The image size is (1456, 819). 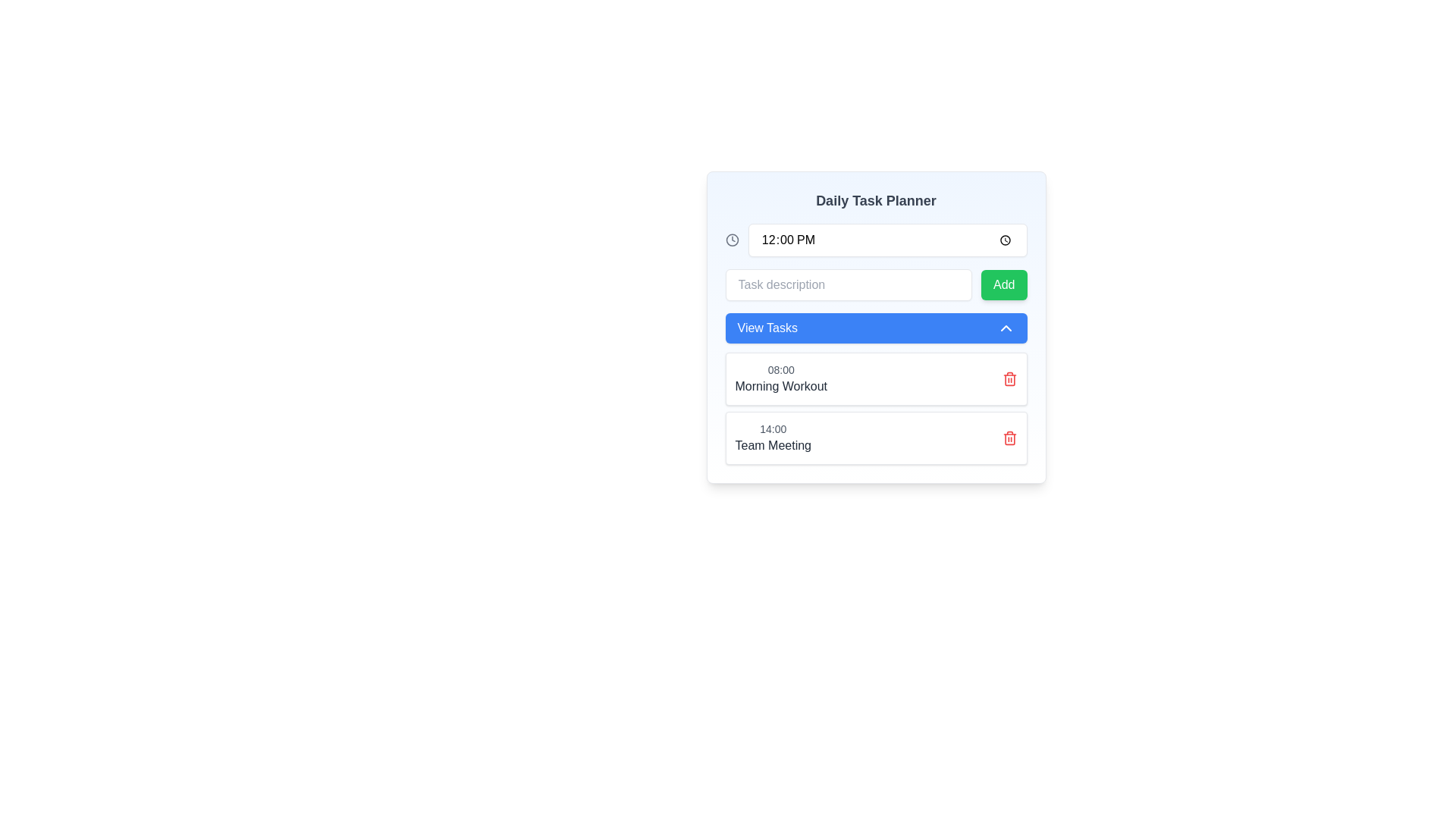 I want to click on the upward-pointing chevron arrow icon, which is white and located to the right of the blue 'View Tasks' button, so click(x=1006, y=327).